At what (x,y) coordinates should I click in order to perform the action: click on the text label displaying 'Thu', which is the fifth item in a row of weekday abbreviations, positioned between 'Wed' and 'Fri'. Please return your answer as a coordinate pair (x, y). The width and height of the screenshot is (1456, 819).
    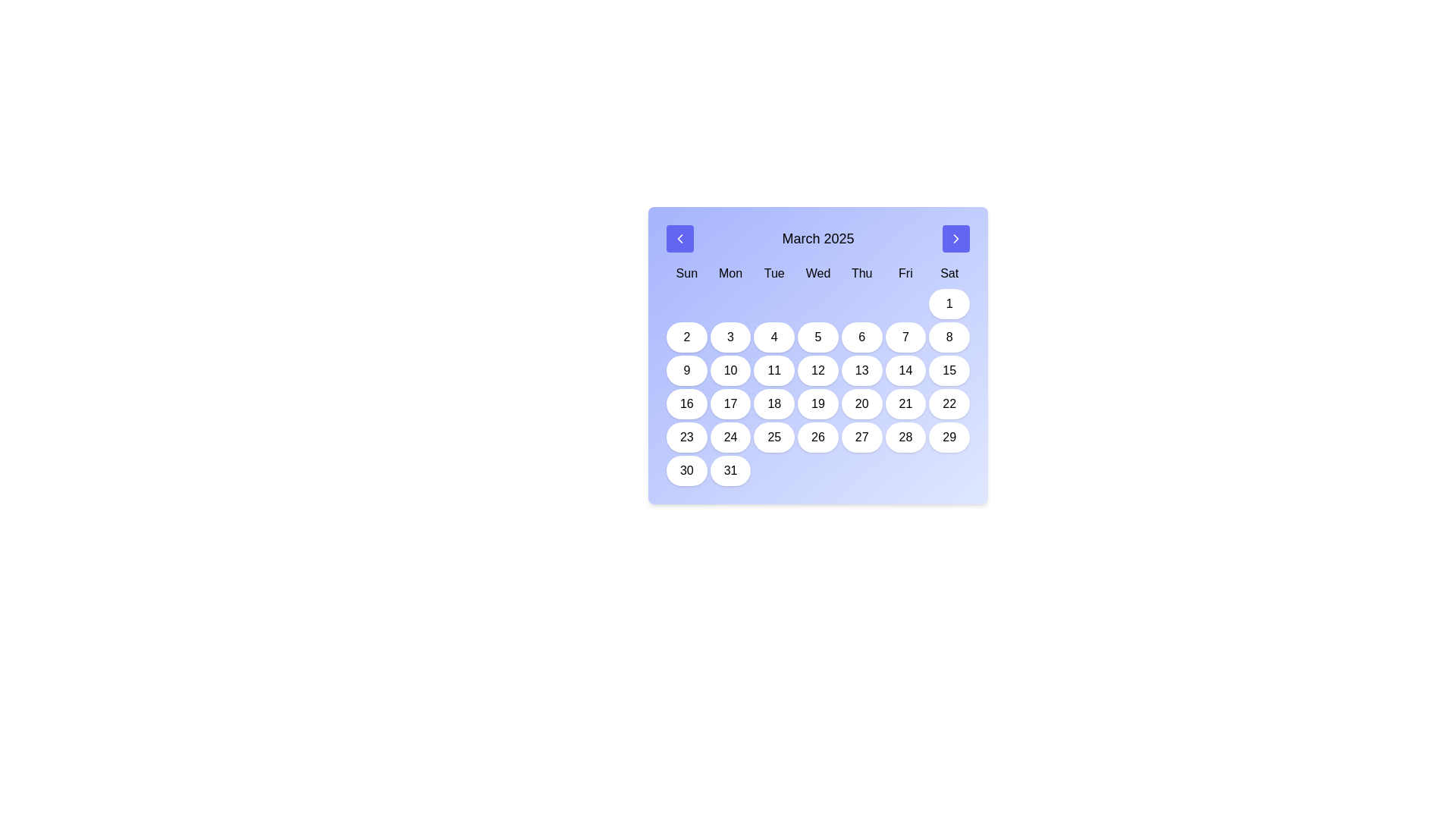
    Looking at the image, I should click on (861, 274).